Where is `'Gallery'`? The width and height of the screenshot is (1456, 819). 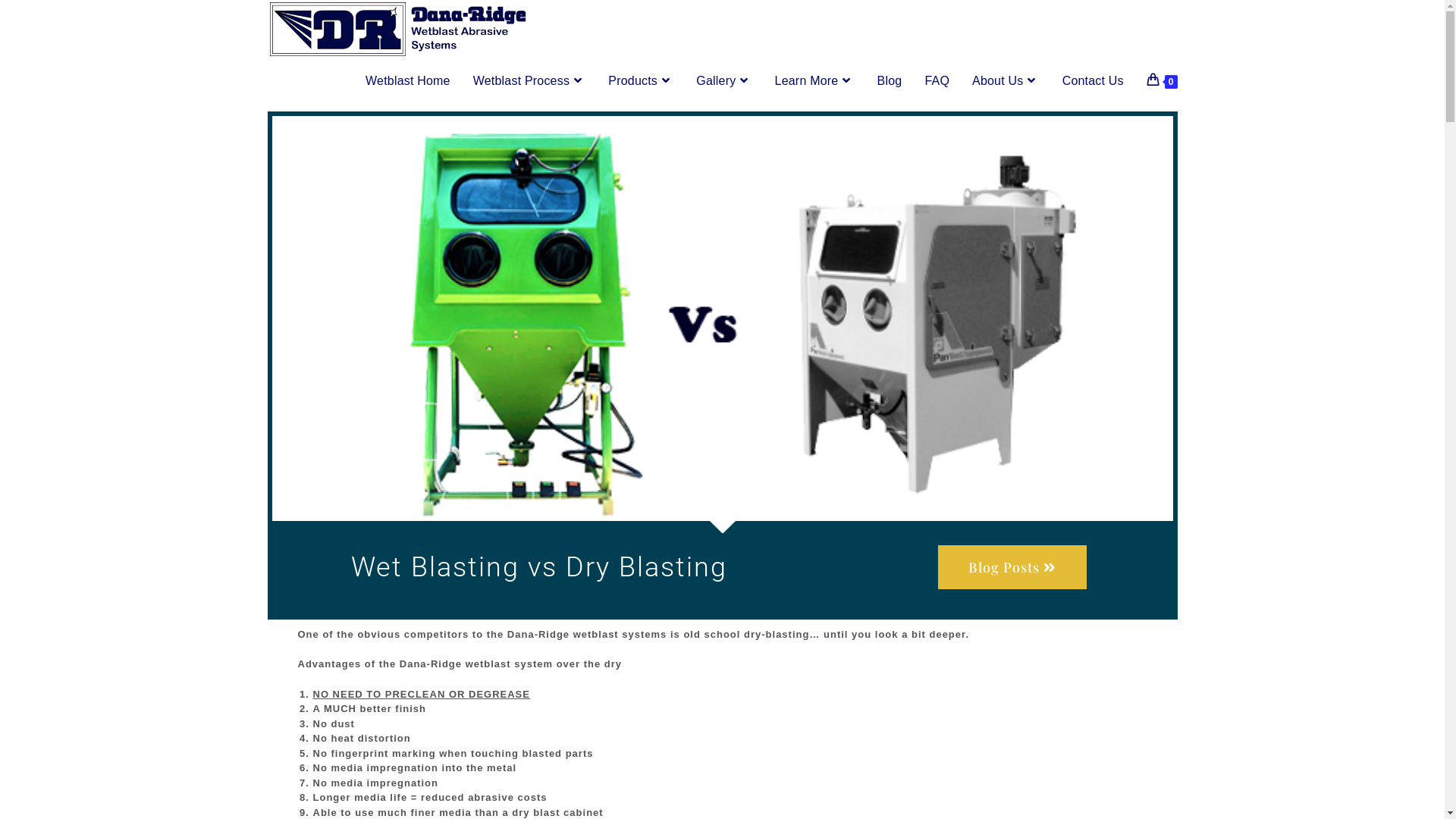
'Gallery' is located at coordinates (723, 81).